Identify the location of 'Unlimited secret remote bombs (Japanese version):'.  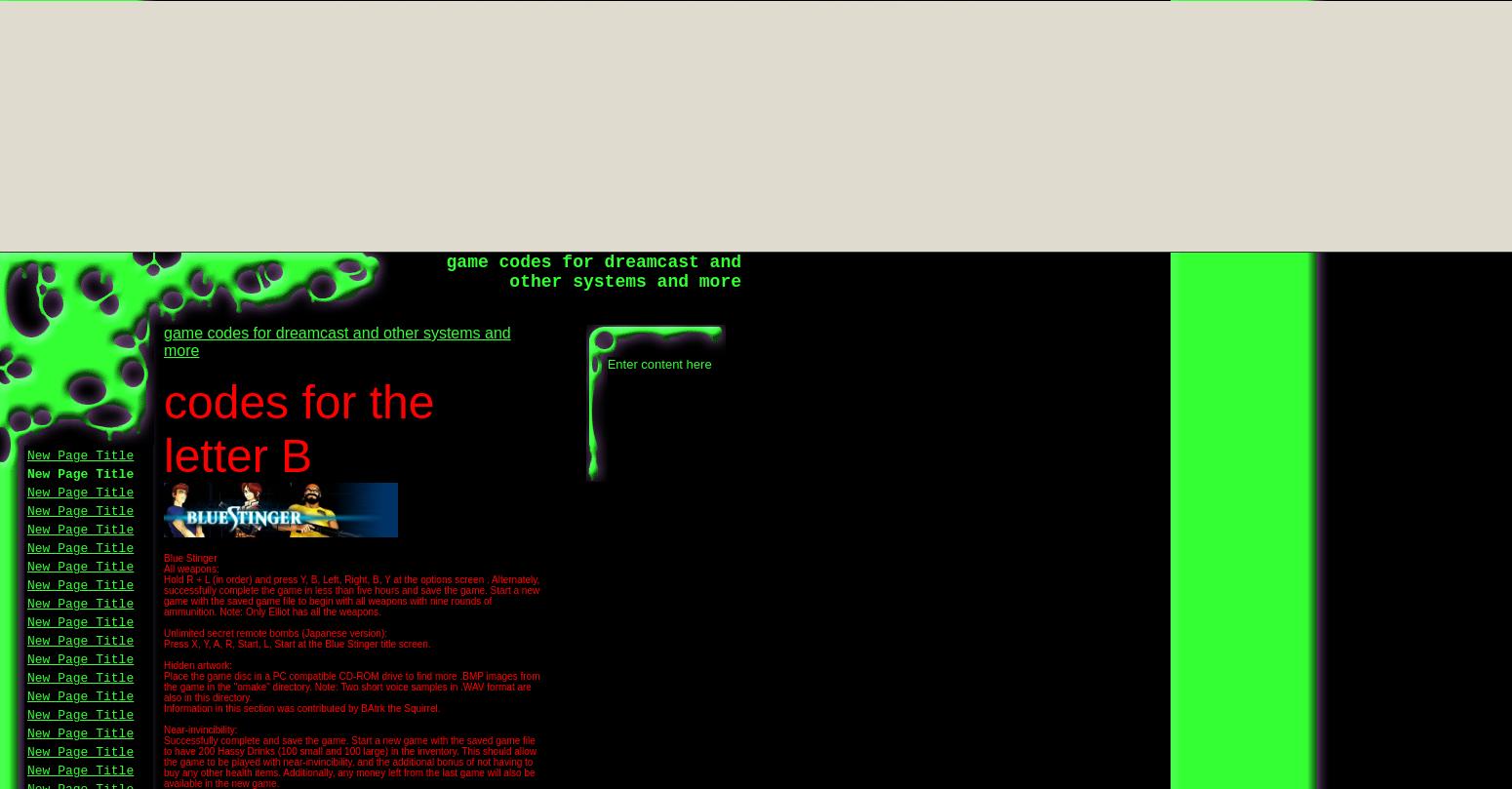
(163, 633).